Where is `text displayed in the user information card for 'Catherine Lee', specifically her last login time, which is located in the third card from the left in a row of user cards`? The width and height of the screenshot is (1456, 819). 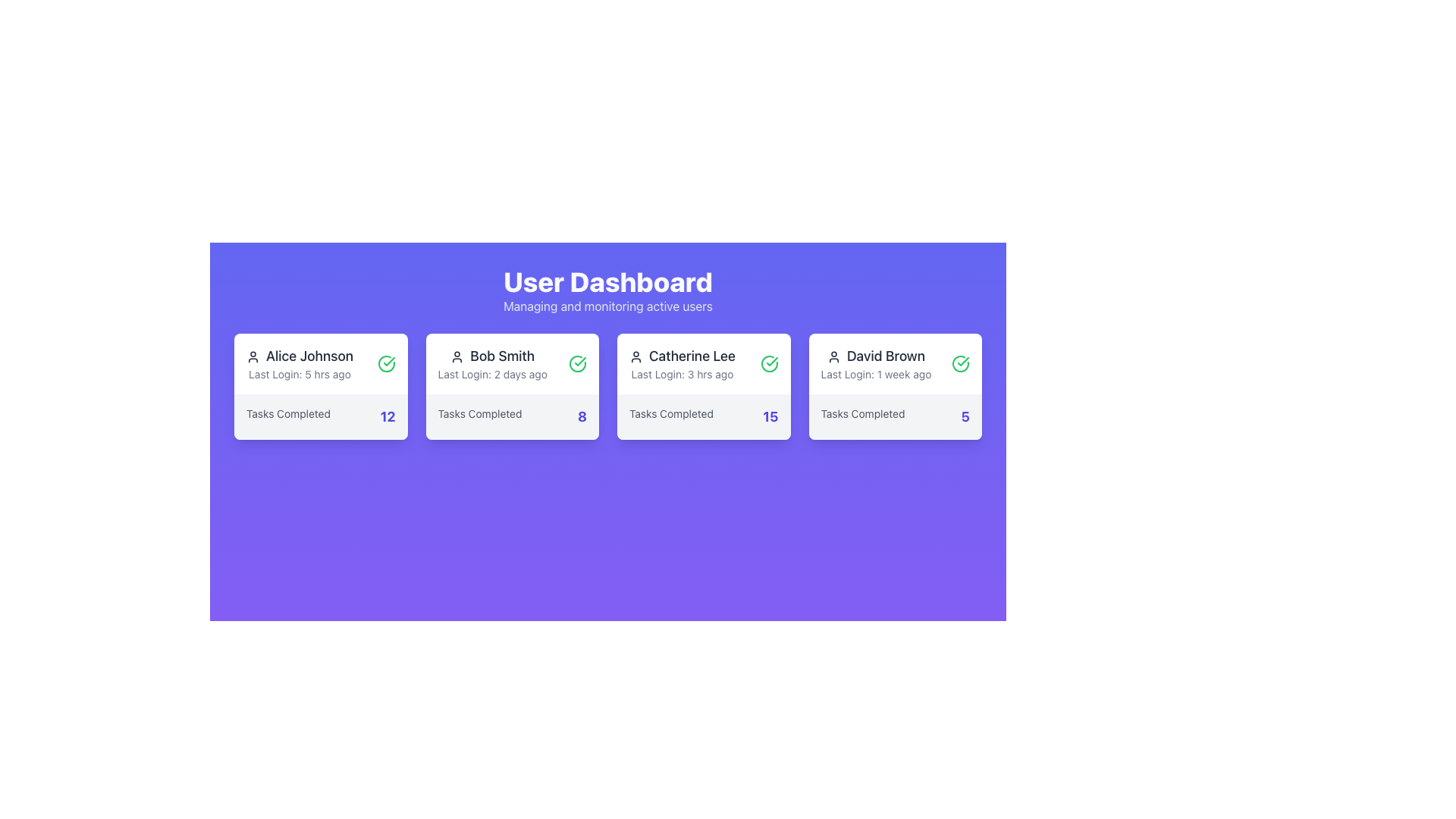
text displayed in the user information card for 'Catherine Lee', specifically her last login time, which is located in the third card from the left in a row of user cards is located at coordinates (681, 363).